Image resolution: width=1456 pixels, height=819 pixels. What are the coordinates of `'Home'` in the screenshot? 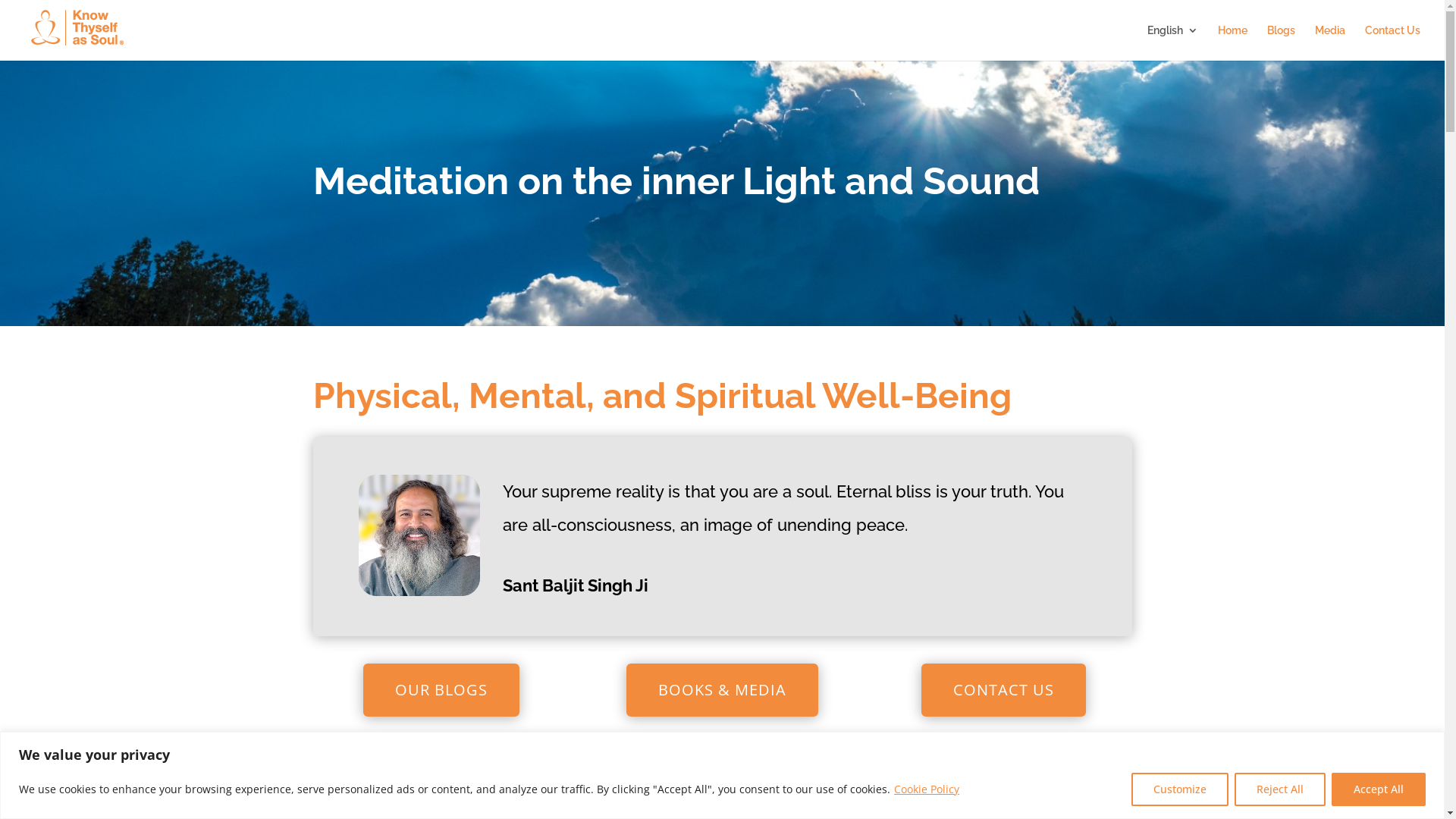 It's located at (1232, 42).